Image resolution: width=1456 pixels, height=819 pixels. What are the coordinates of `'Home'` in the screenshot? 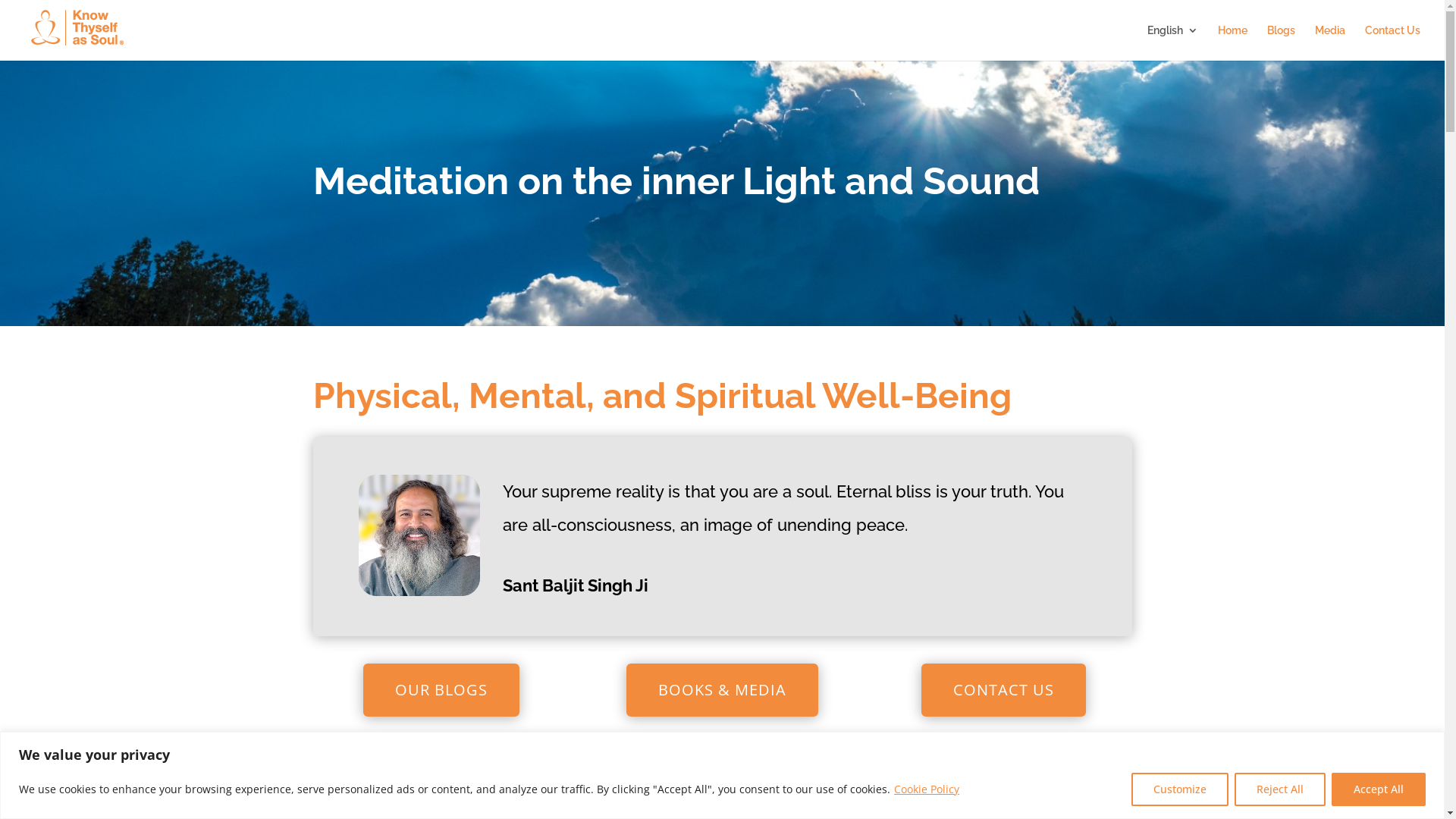 It's located at (1232, 42).